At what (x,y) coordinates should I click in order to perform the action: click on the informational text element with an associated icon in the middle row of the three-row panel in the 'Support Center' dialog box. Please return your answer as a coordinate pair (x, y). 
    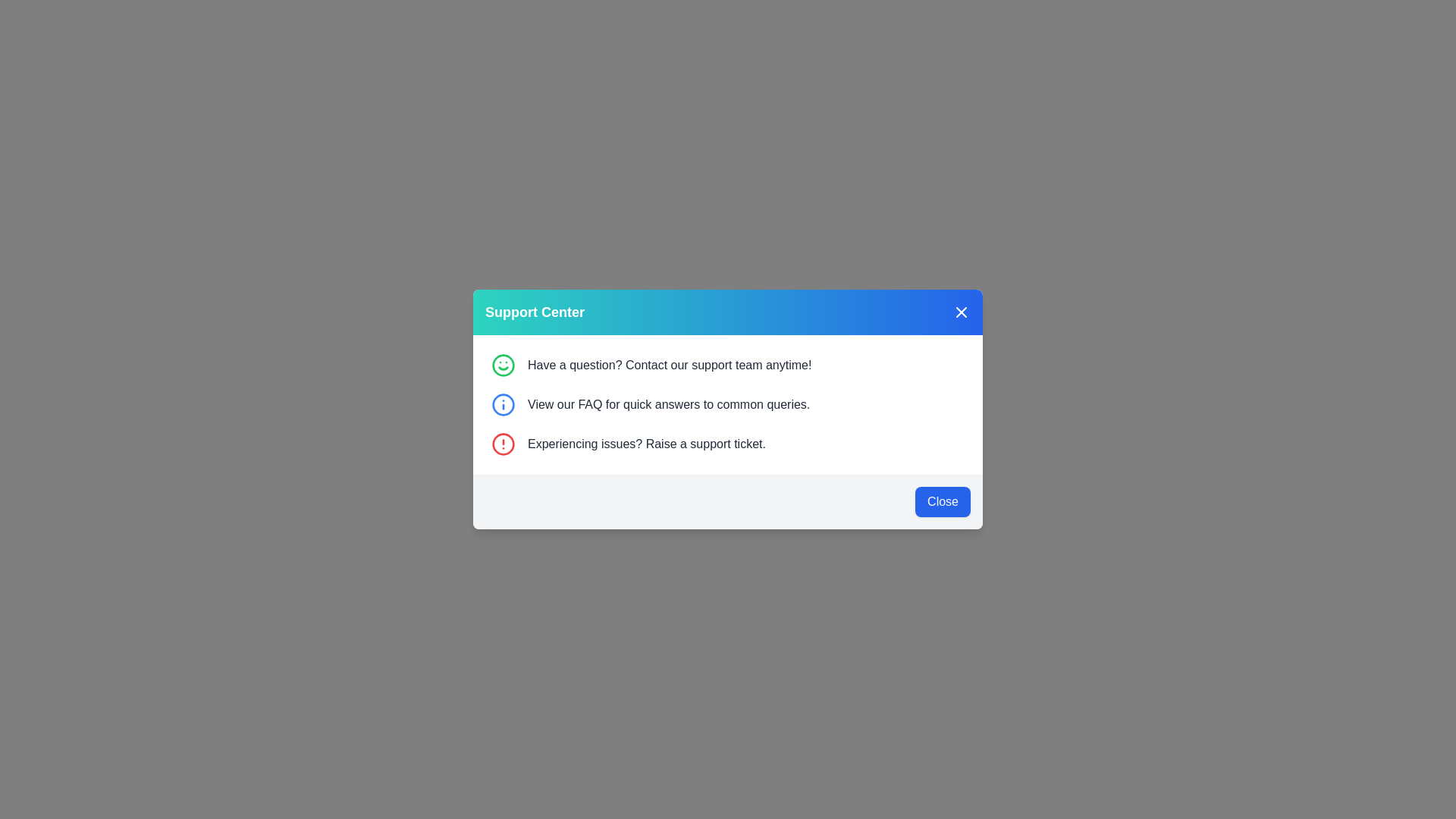
    Looking at the image, I should click on (728, 403).